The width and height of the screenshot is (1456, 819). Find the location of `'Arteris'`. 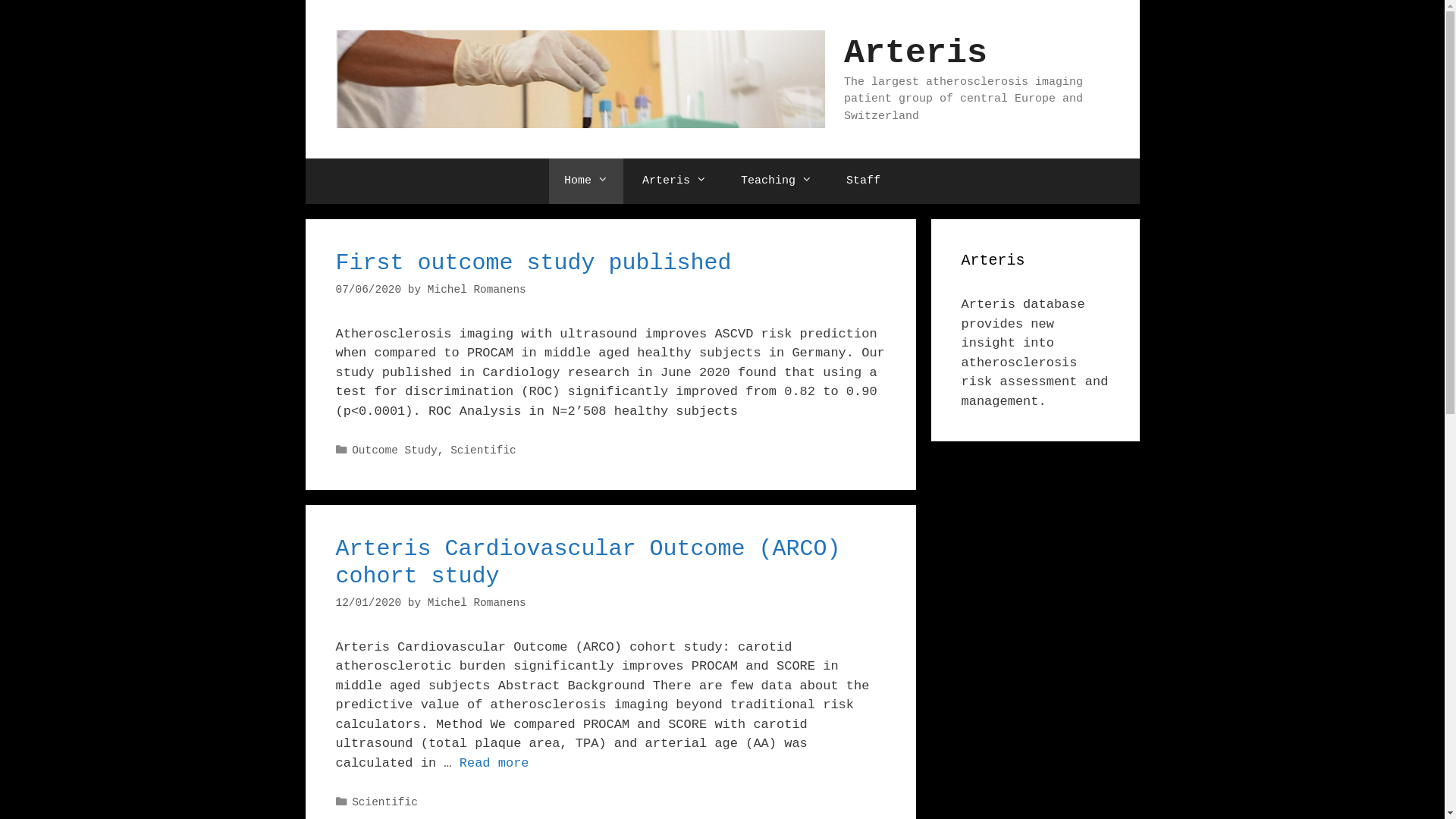

'Arteris' is located at coordinates (915, 52).